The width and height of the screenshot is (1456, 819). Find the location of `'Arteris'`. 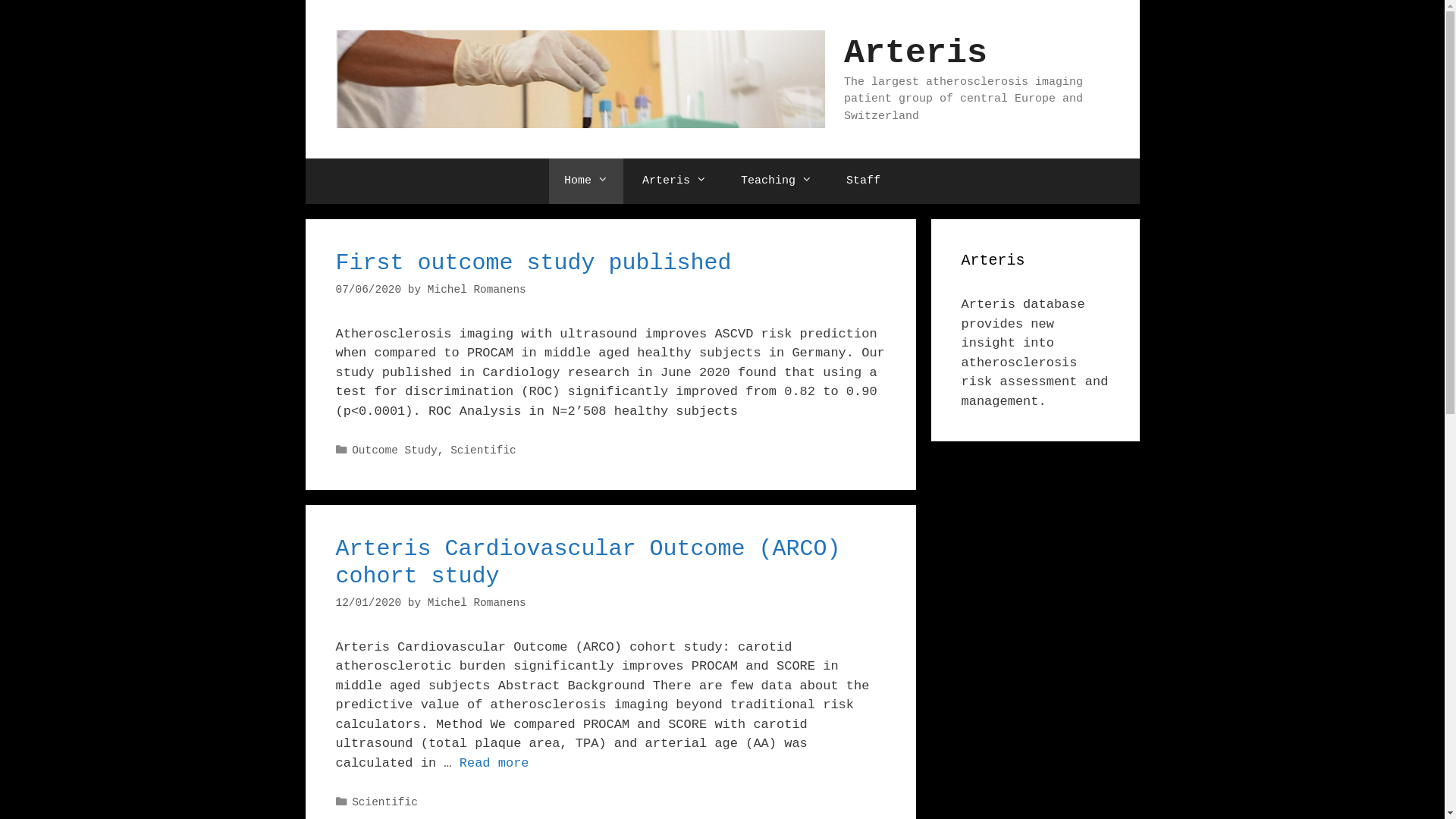

'Arteris' is located at coordinates (915, 52).